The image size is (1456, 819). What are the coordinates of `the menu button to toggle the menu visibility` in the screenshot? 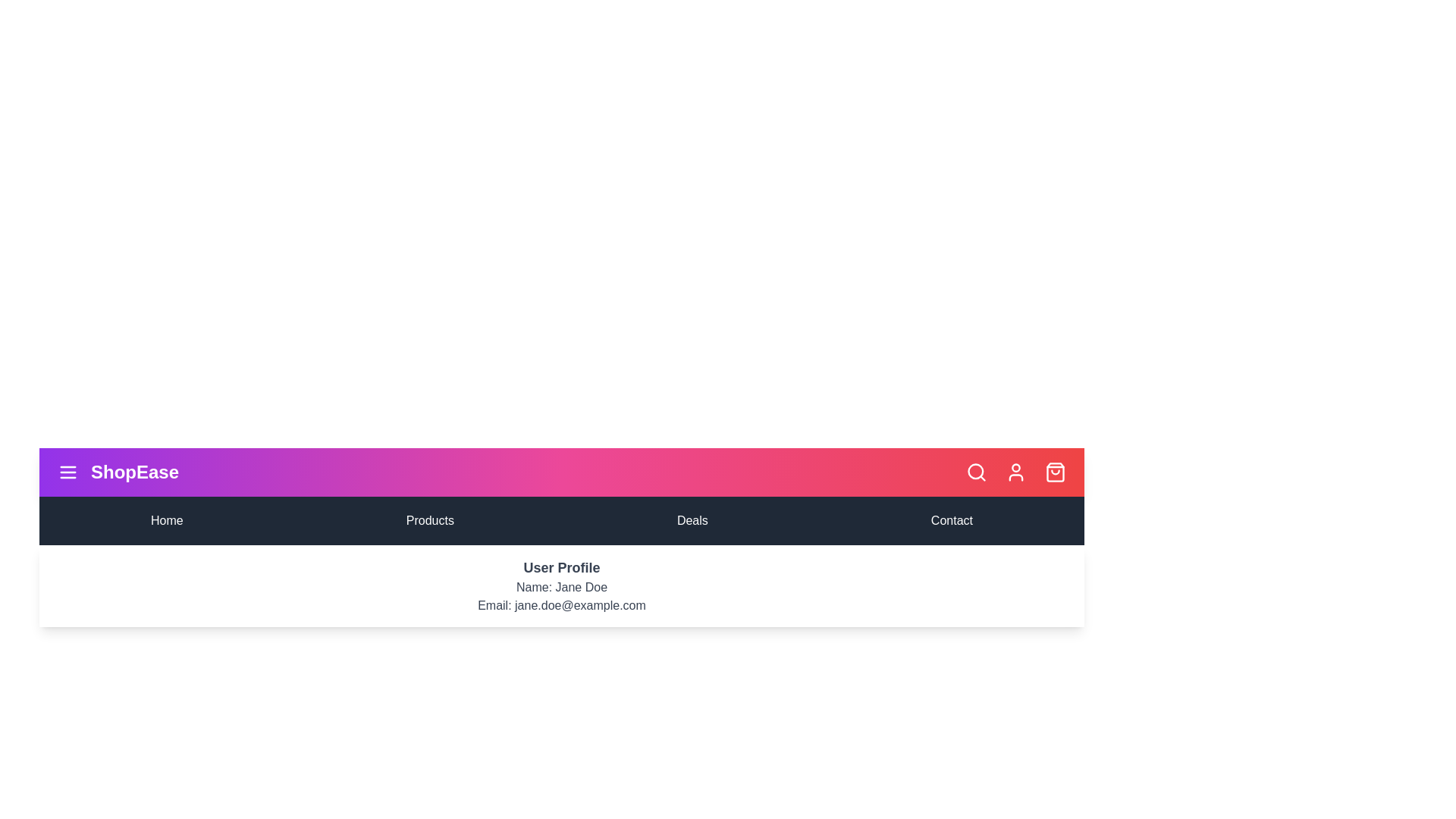 It's located at (67, 472).